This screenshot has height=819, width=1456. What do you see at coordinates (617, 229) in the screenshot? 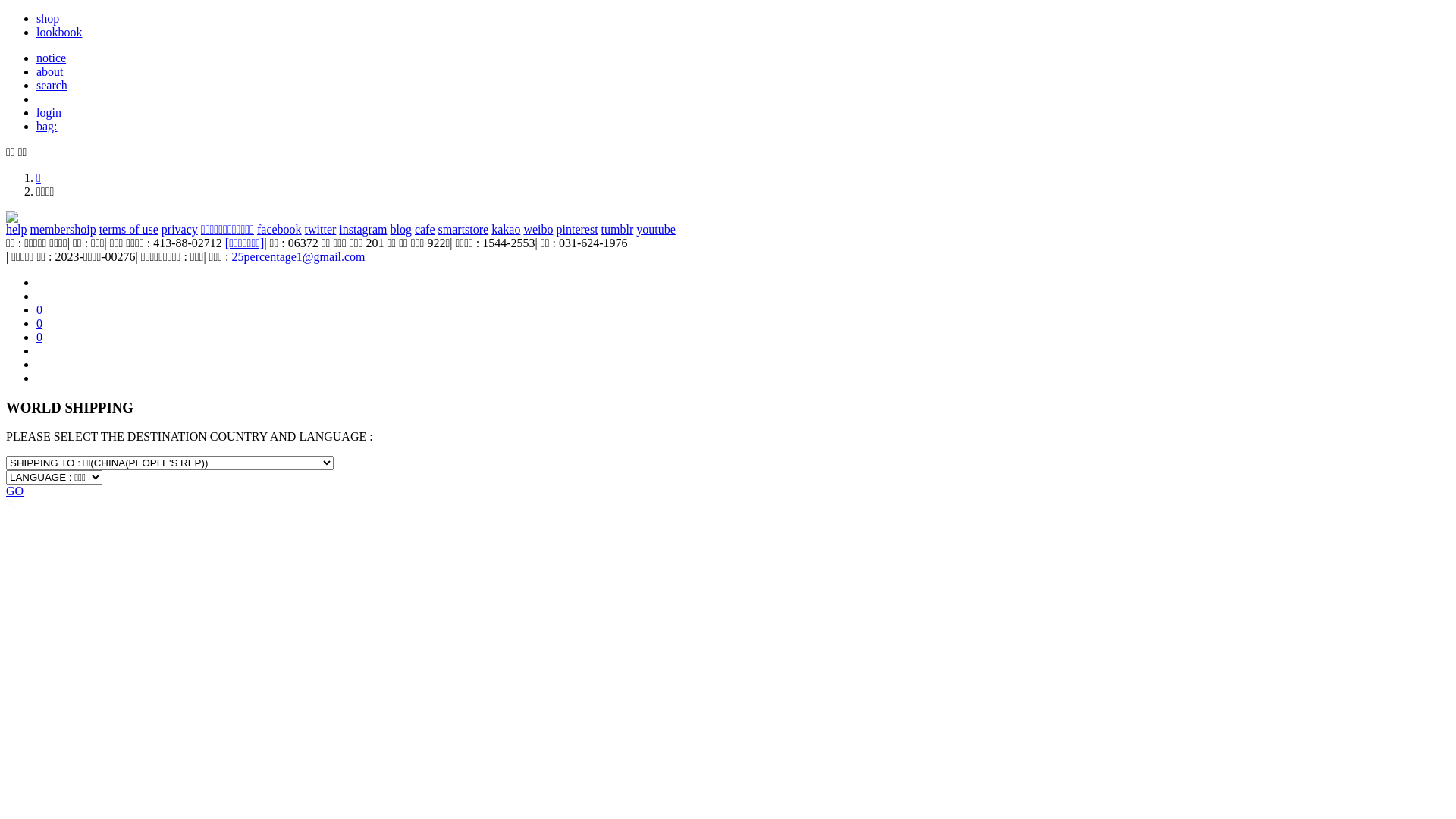
I see `'tumblr'` at bounding box center [617, 229].